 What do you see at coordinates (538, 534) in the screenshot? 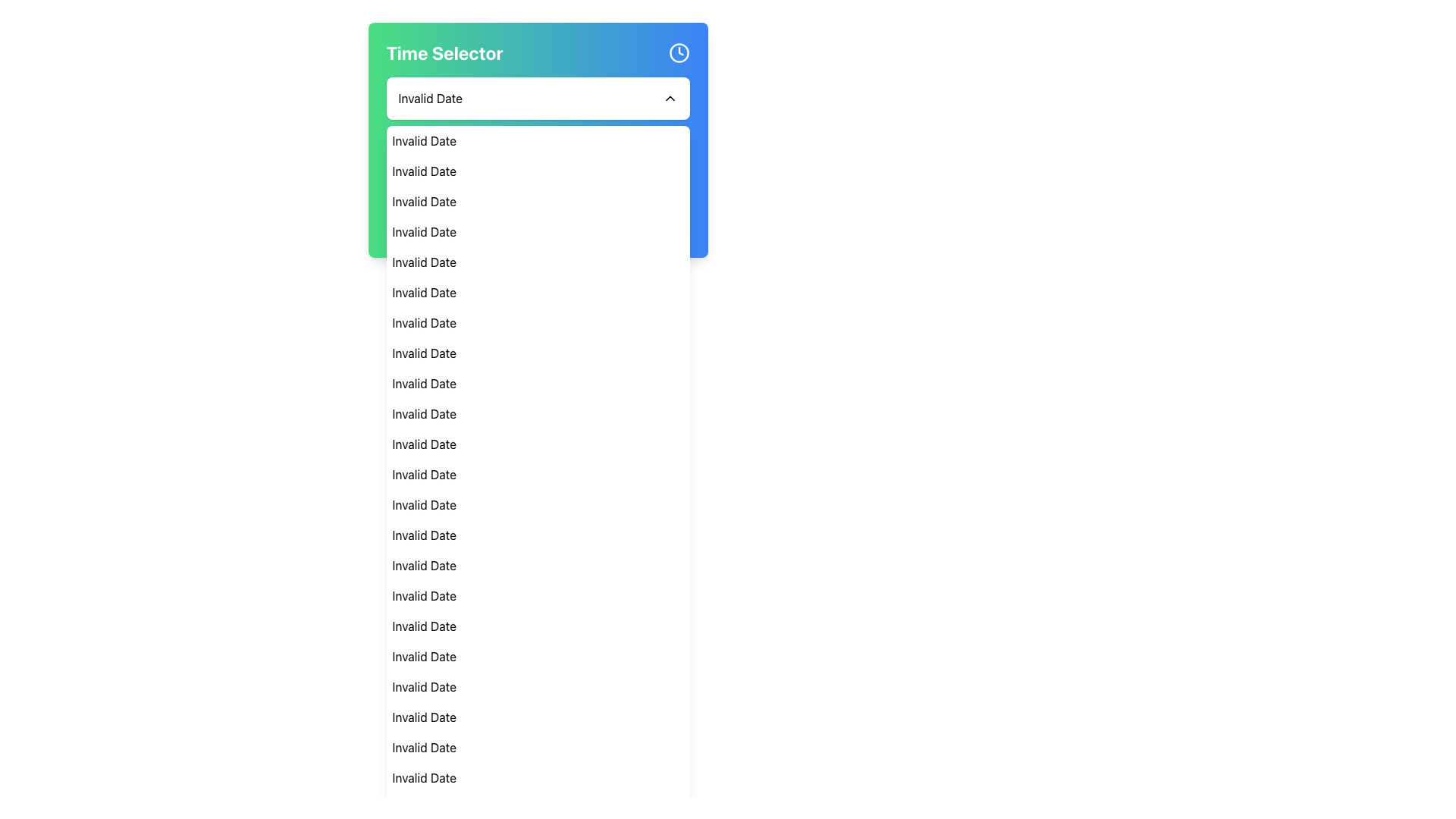
I see `the 14th item in the dropdown menu` at bounding box center [538, 534].